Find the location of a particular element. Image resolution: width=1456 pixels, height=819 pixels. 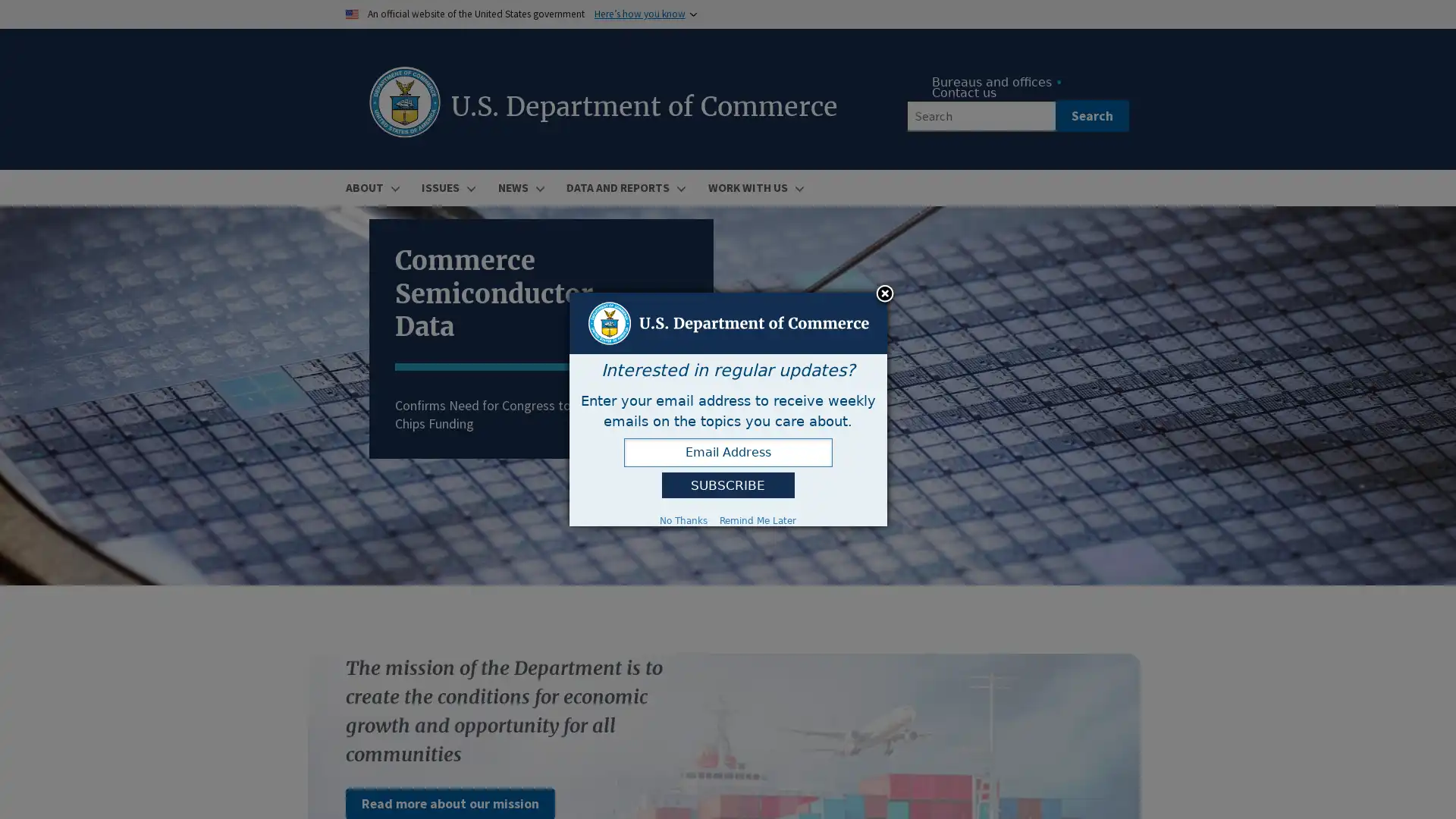

Remind Me Later is located at coordinates (758, 519).